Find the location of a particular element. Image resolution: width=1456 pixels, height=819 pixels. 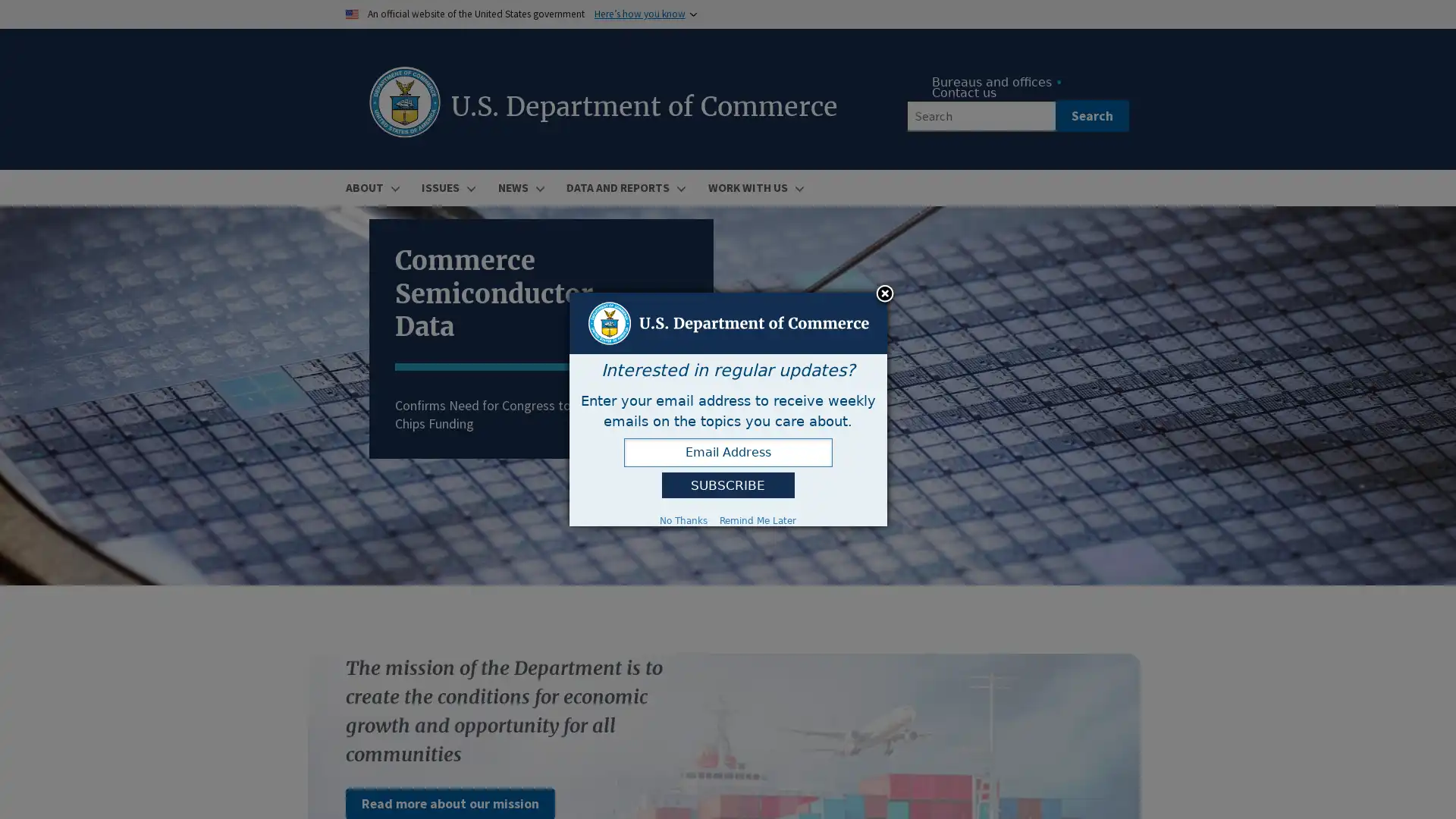

Remind Me Later is located at coordinates (758, 519).